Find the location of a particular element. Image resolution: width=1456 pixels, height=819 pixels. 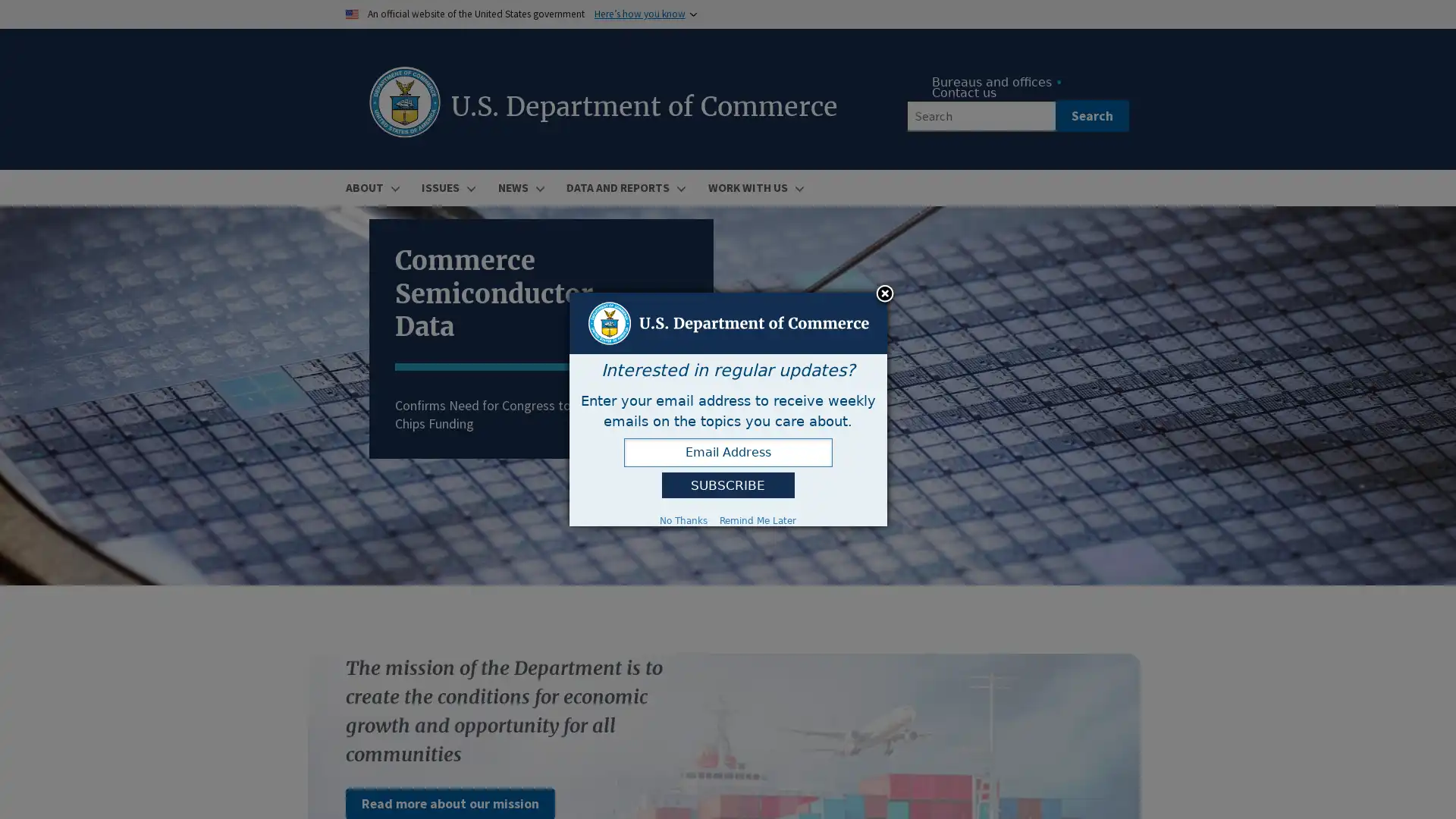

Remind Me Later is located at coordinates (758, 519).